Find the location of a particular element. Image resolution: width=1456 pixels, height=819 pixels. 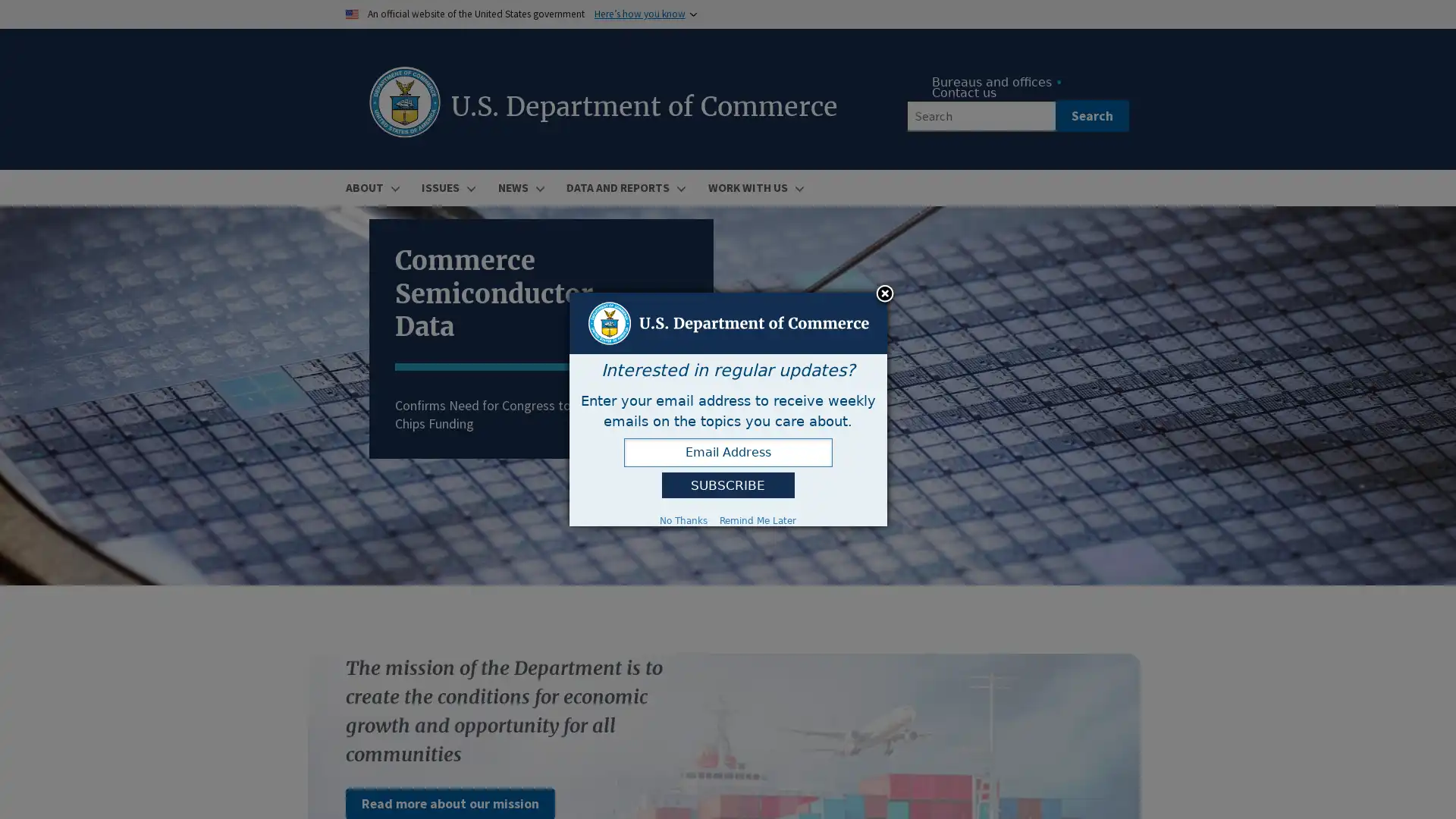

Remind Me Later is located at coordinates (758, 519).